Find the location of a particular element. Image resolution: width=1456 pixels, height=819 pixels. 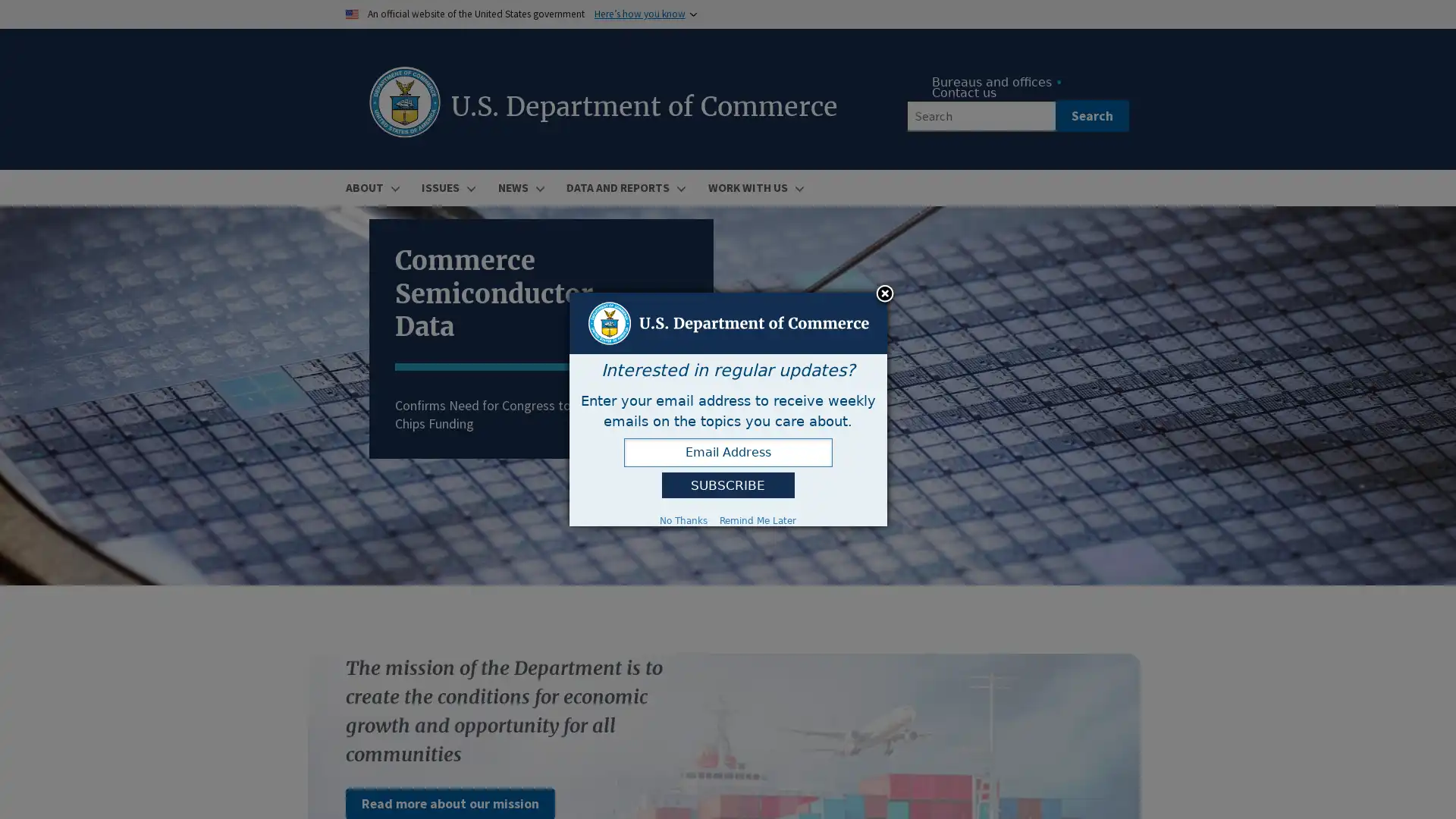

Remind Me Later is located at coordinates (758, 519).